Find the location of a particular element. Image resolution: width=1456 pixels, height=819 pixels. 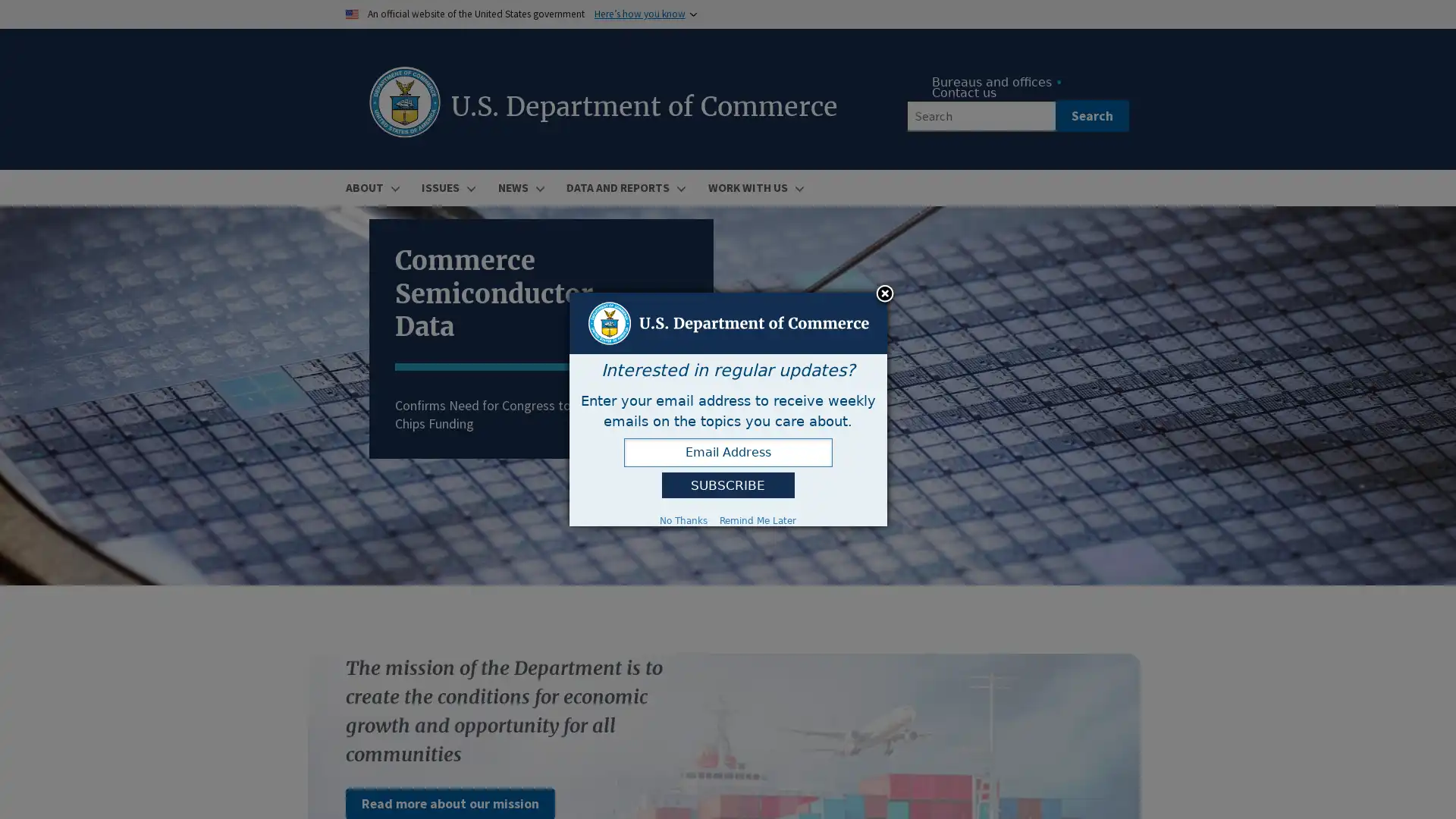

Remind Me Later is located at coordinates (758, 519).